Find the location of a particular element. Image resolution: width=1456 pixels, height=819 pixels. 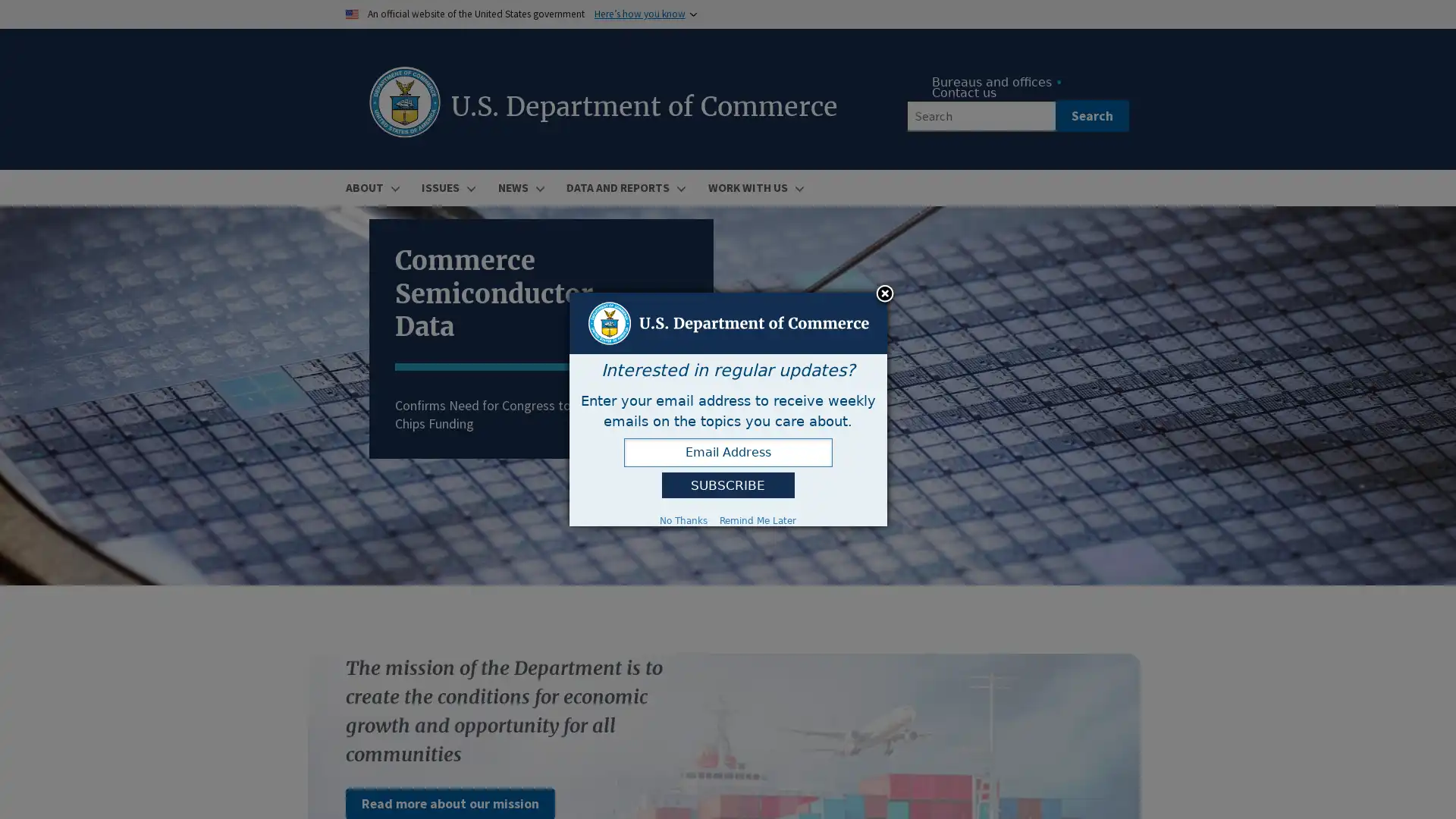

Remind Me Later is located at coordinates (758, 519).